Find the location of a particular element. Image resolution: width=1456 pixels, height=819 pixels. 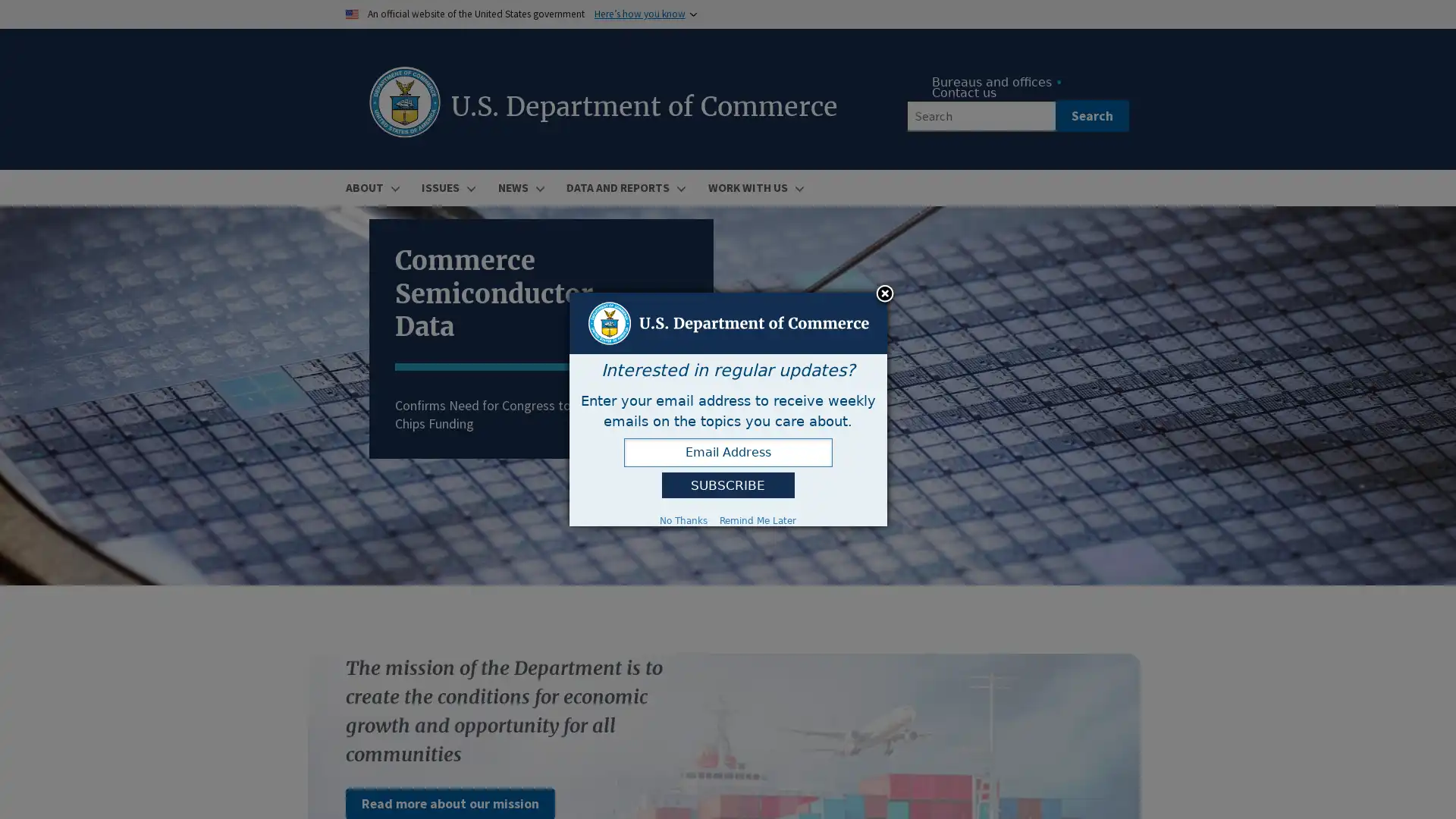

Remind Me Later is located at coordinates (758, 519).